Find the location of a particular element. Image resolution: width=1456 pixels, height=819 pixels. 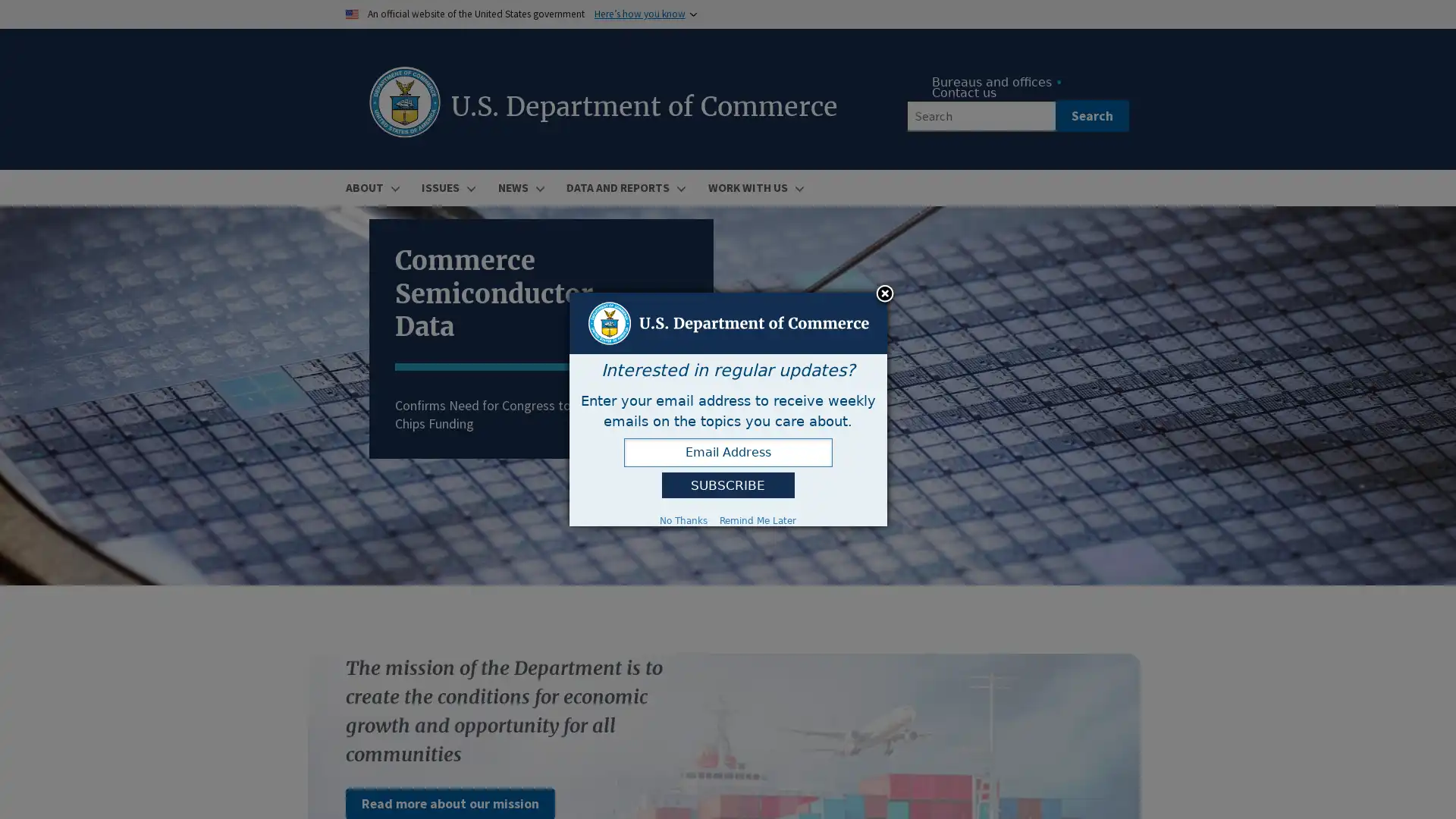

Remind Me Later is located at coordinates (758, 519).